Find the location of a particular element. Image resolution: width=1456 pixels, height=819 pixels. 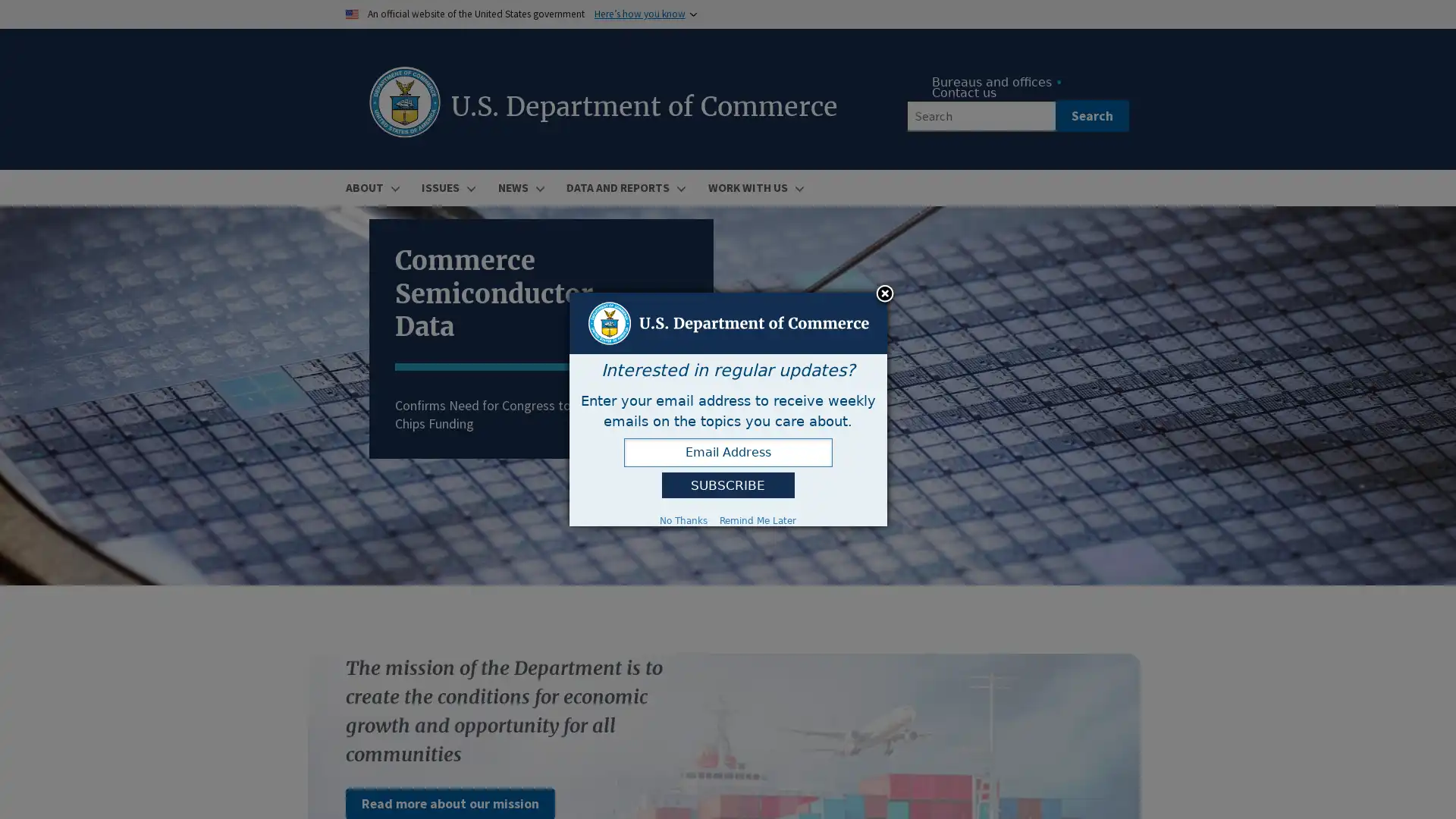

Remind Me Later is located at coordinates (758, 519).